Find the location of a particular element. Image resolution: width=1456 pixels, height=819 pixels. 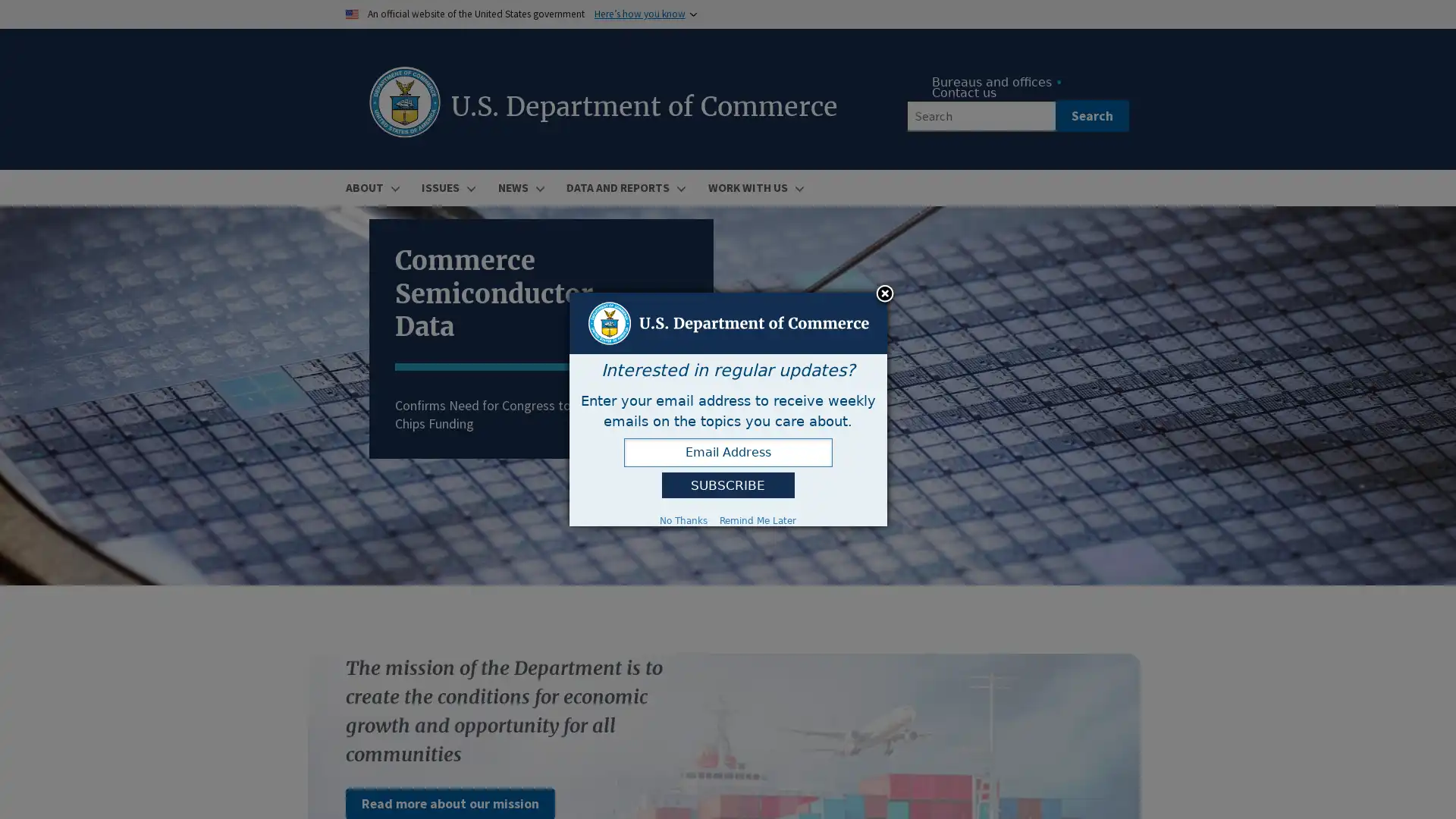

Remind Me Later is located at coordinates (758, 519).